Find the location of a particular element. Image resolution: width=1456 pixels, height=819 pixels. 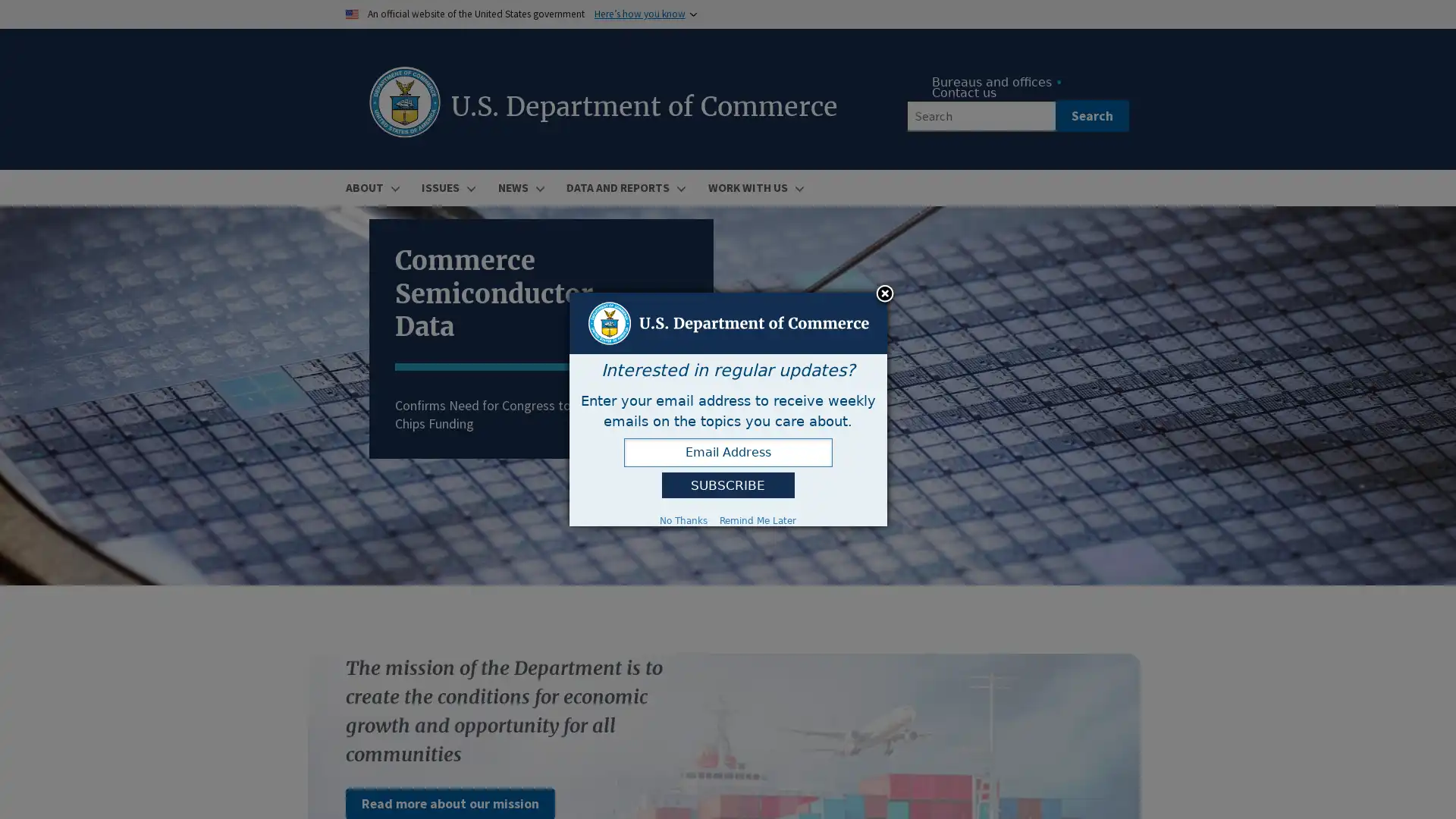

Remind Me Later is located at coordinates (758, 519).